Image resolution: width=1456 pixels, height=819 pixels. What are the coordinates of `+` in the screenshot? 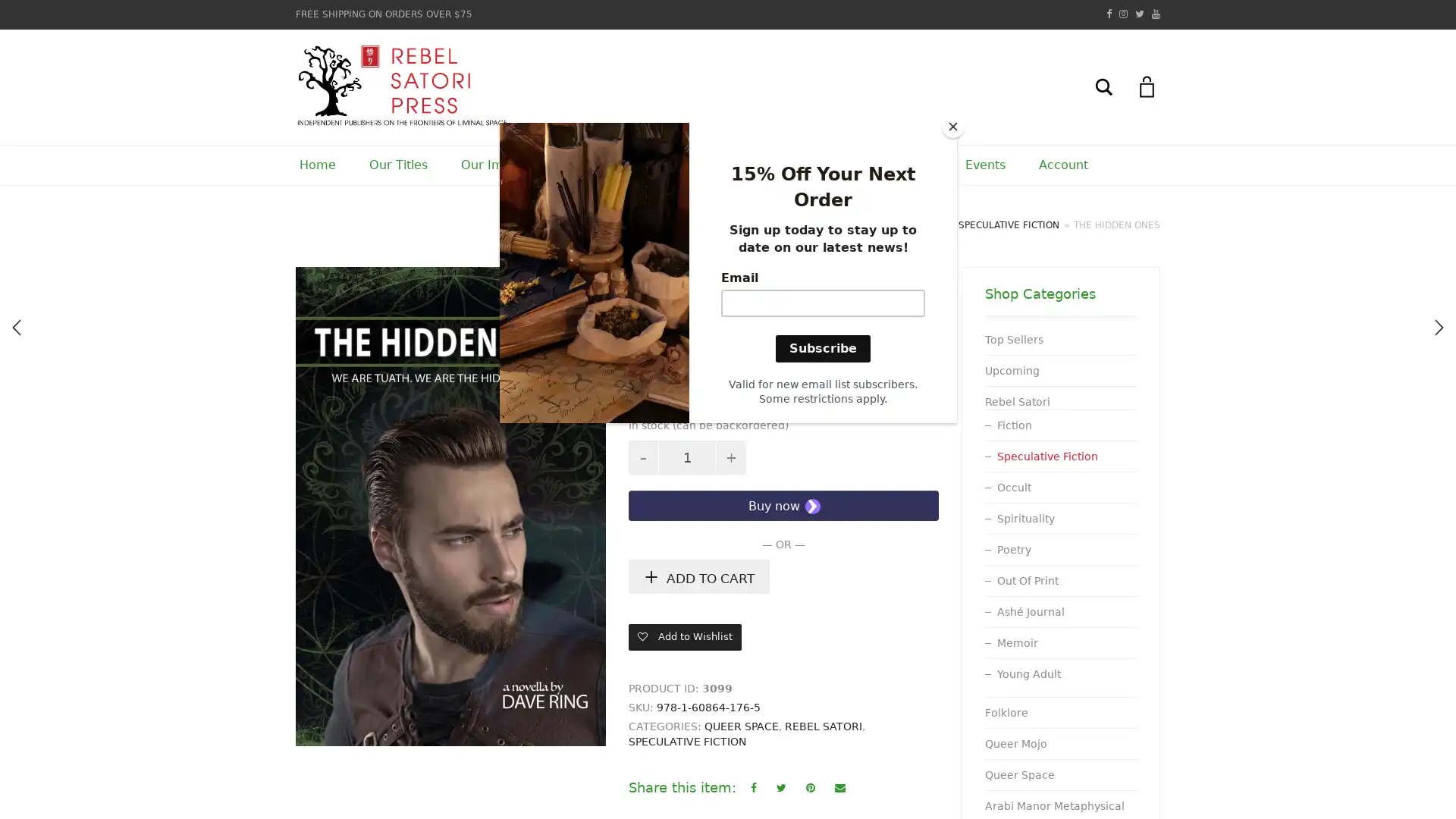 It's located at (731, 457).